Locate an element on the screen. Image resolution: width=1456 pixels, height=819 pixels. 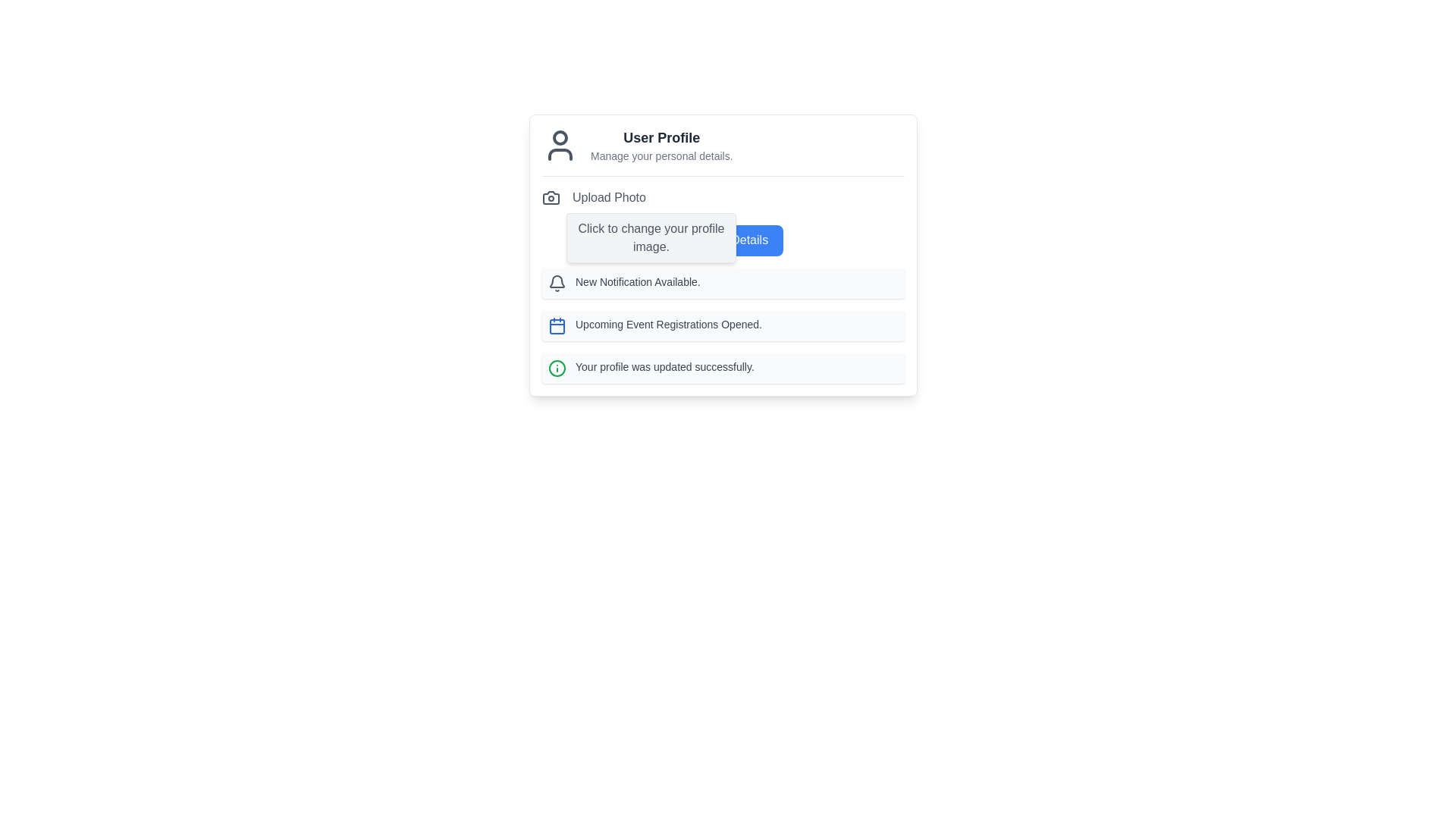
the upcoming event notification icon located in the user profile interface, which precedes the text 'Upcoming Event Registrations Opened.' is located at coordinates (556, 324).